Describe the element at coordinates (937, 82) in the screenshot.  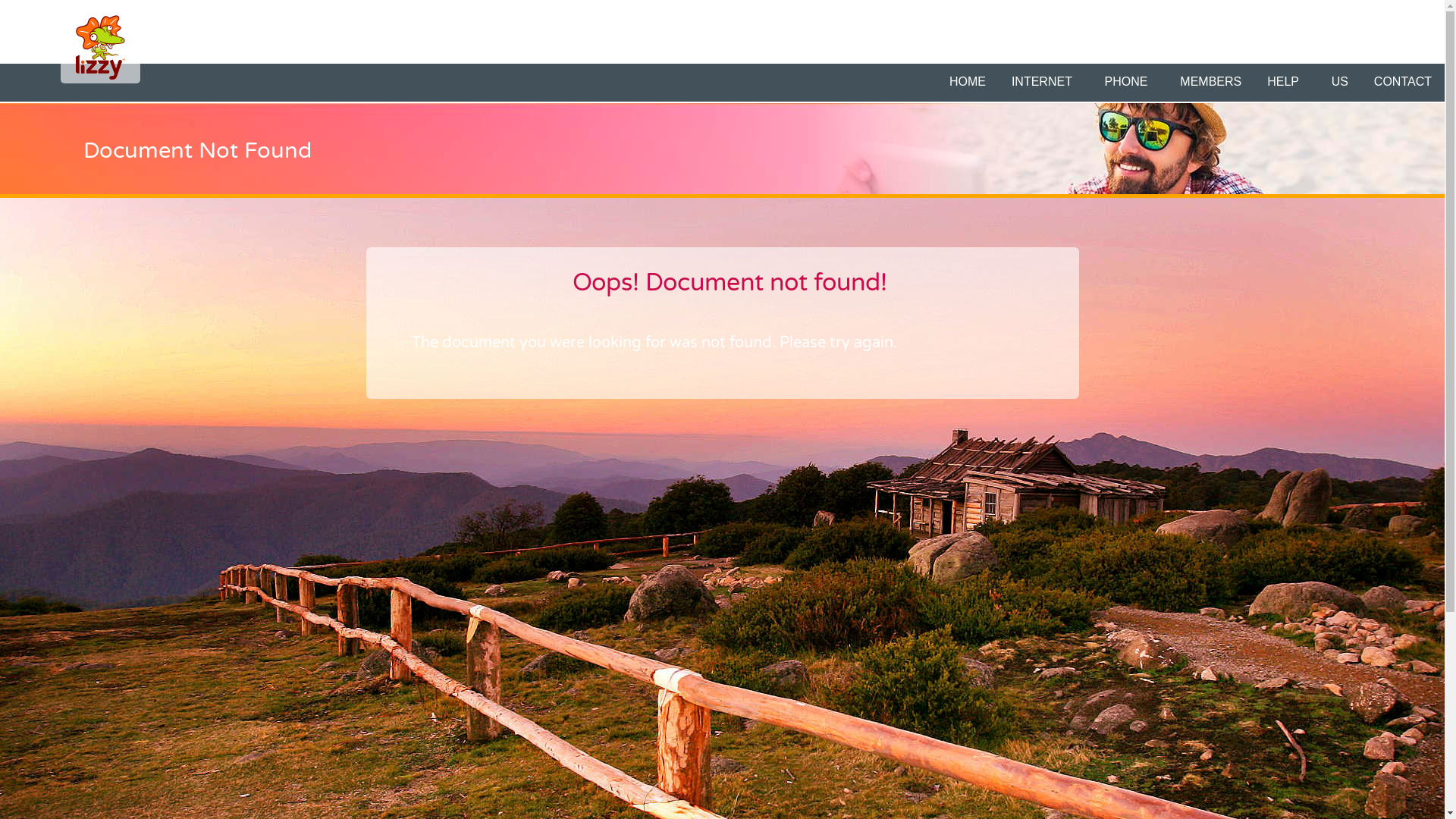
I see `'HOME'` at that location.